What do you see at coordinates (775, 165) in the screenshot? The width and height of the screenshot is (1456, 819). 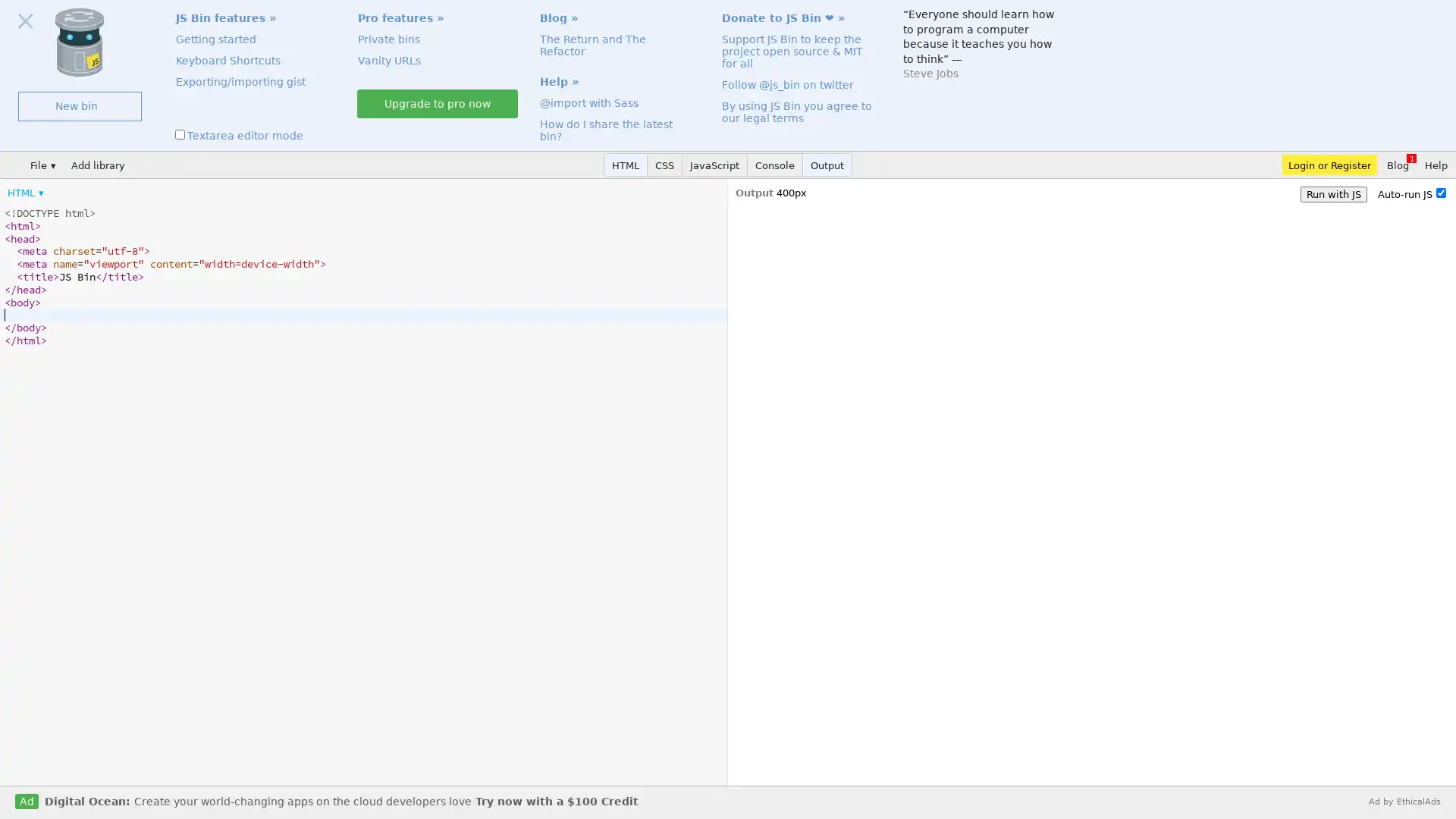 I see `Console Panel: Inactive` at bounding box center [775, 165].